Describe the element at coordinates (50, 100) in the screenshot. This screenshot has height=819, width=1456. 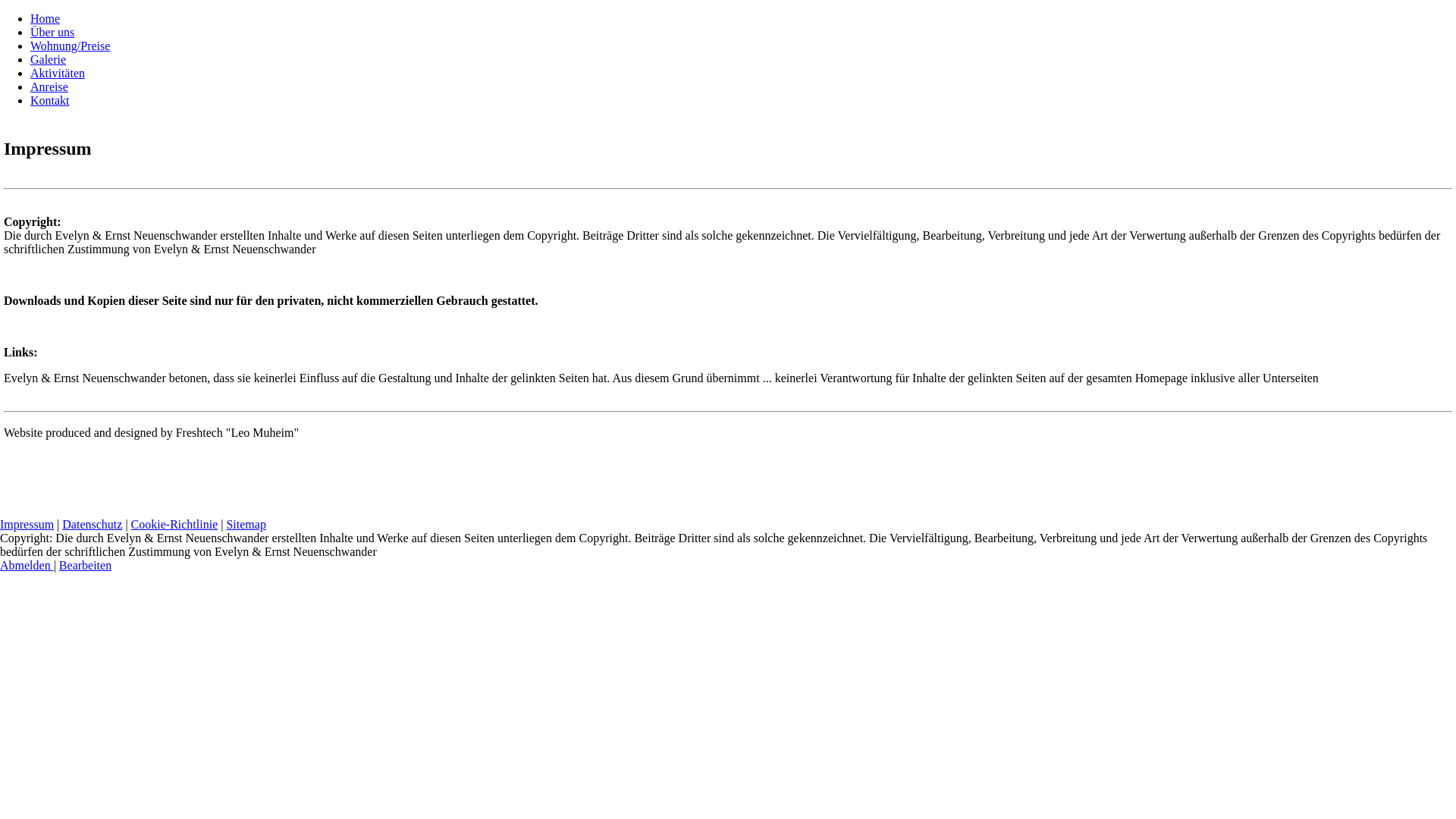
I see `'Kontakt'` at that location.